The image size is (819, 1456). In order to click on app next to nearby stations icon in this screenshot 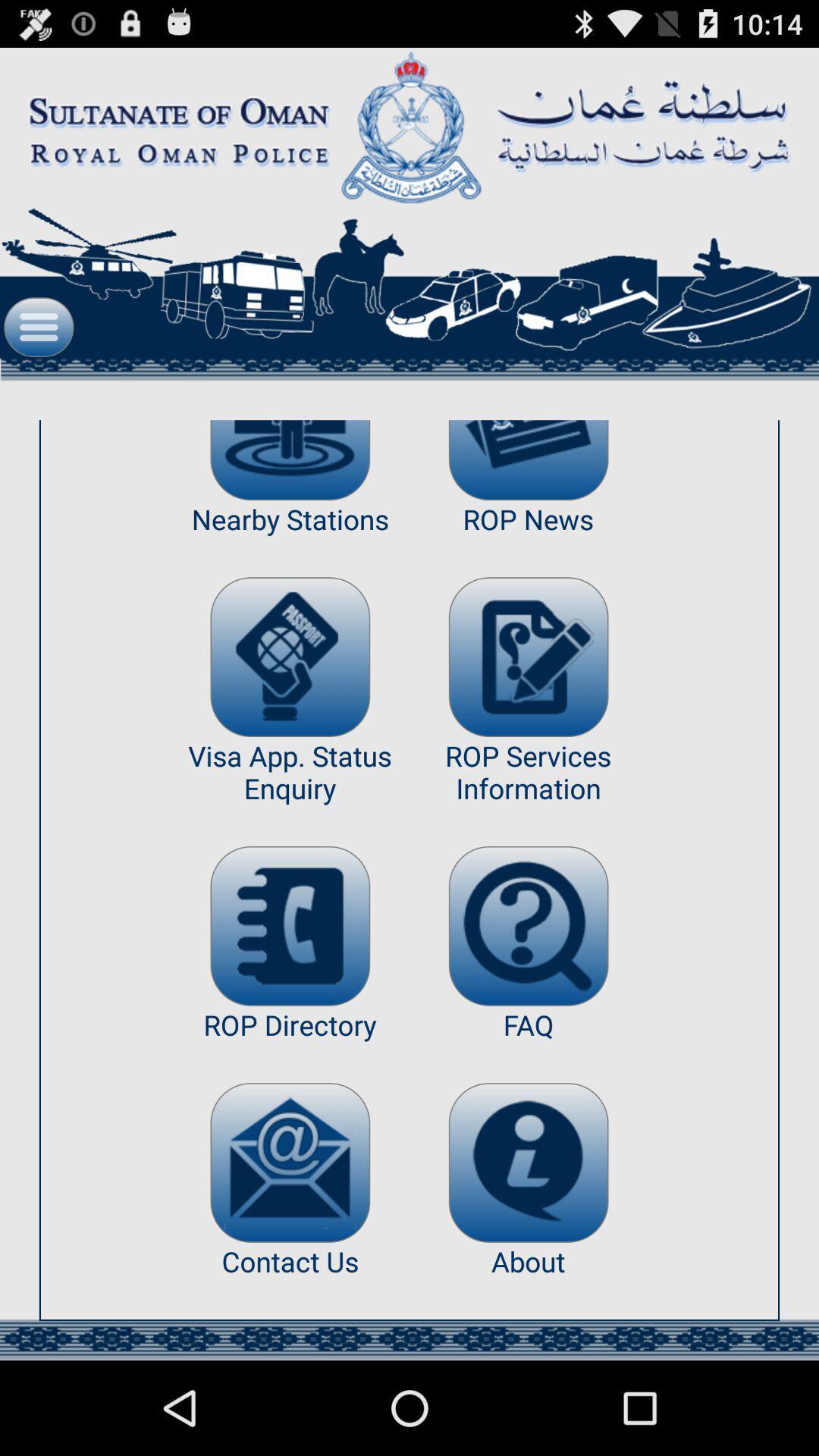, I will do `click(528, 657)`.